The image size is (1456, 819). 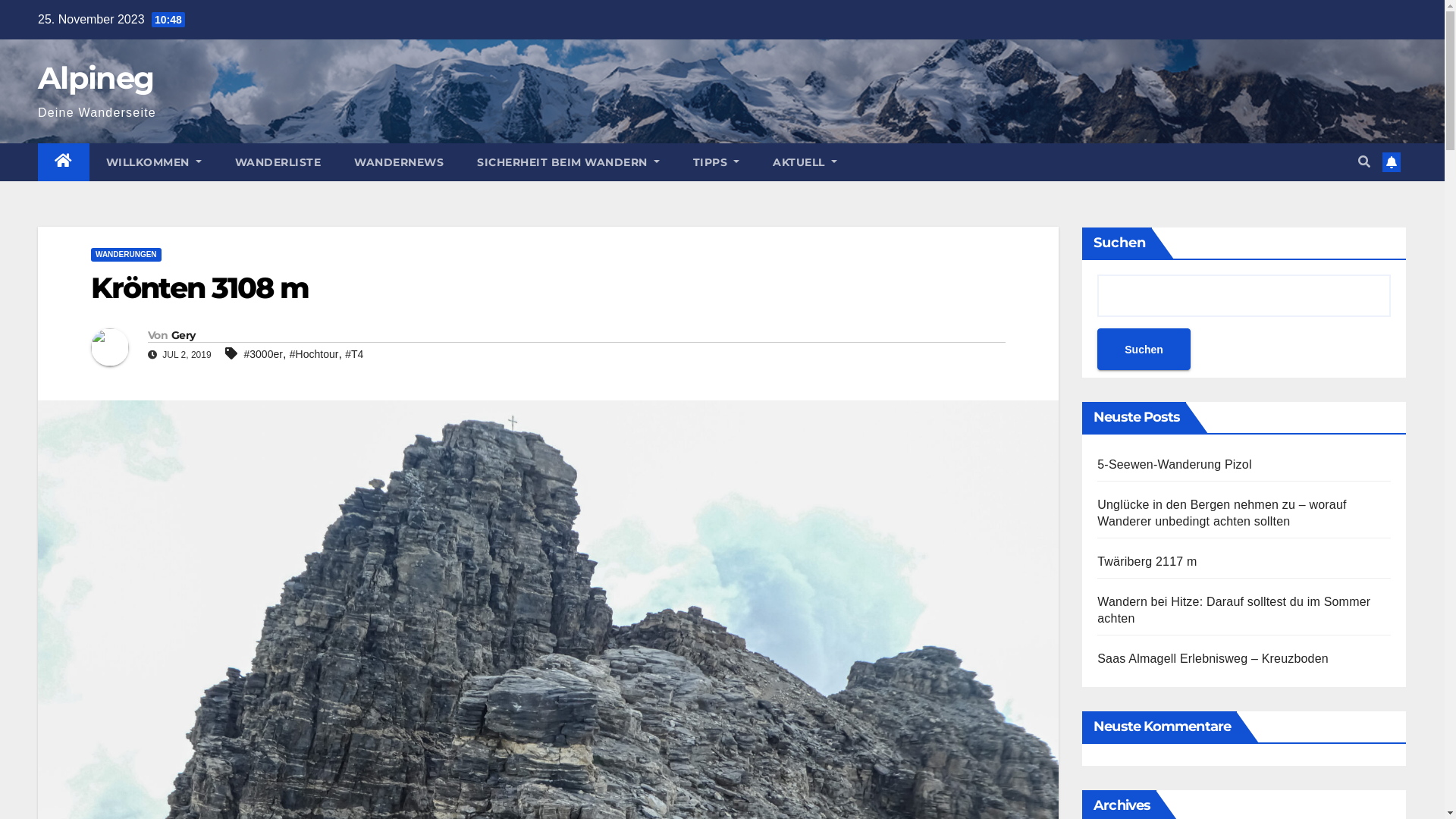 I want to click on 'WILLKOMMEN', so click(x=153, y=162).